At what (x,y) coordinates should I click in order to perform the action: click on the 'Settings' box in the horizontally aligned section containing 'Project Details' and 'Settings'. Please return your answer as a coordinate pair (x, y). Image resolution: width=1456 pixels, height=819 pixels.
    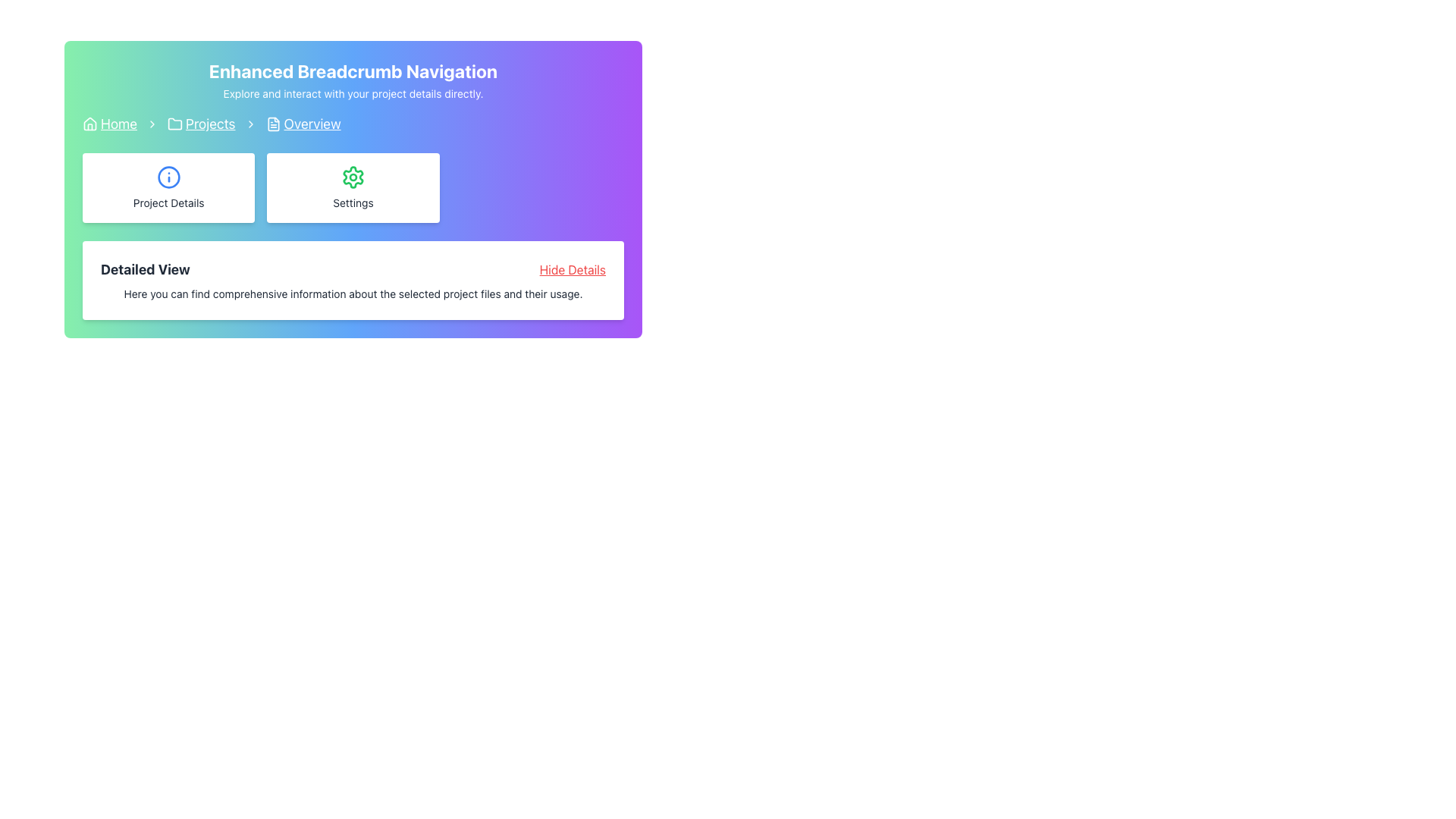
    Looking at the image, I should click on (352, 187).